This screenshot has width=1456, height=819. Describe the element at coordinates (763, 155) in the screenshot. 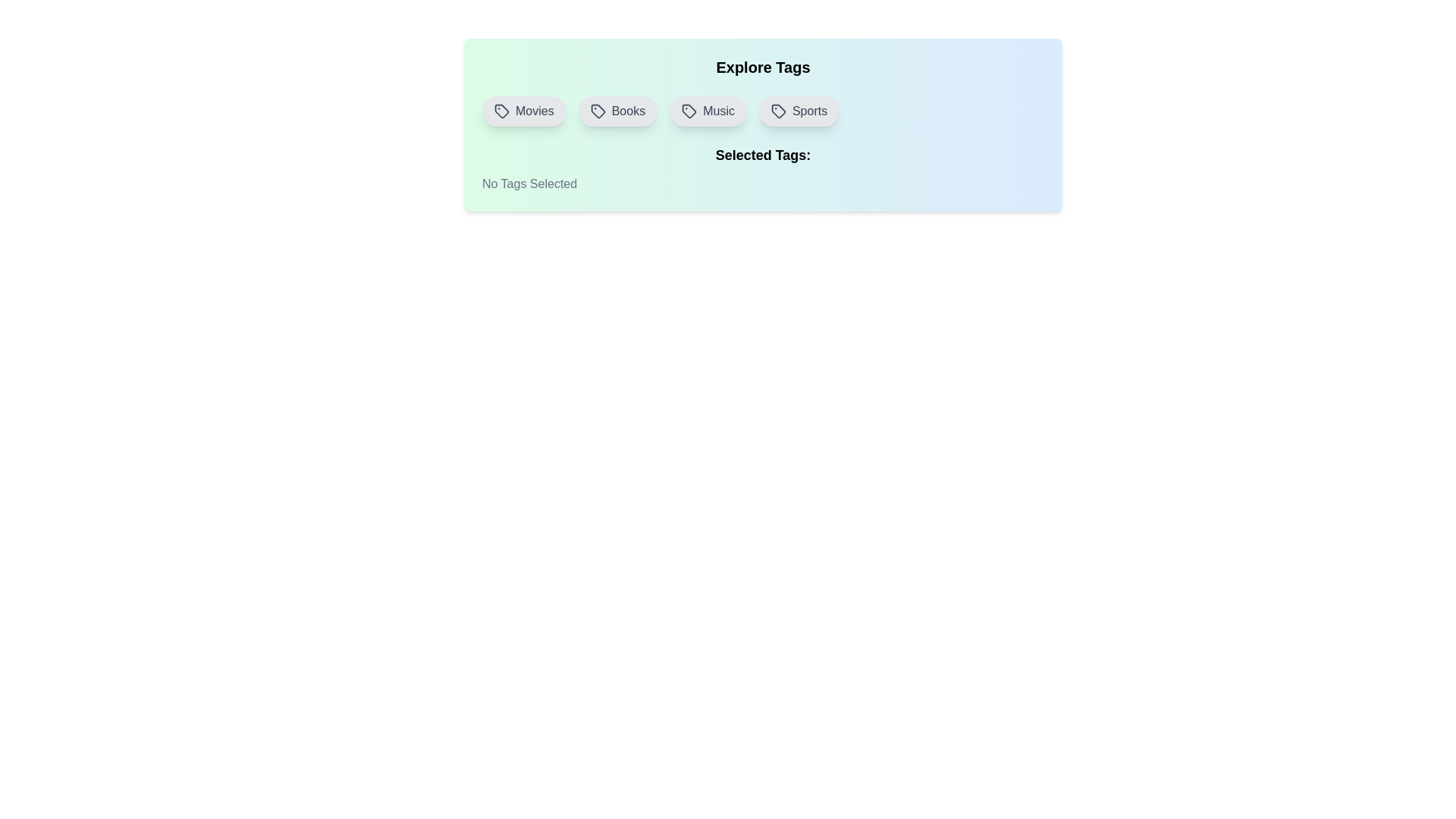

I see `the informational label indicating the title for the section displaying selected tags, located above the text 'No Tags Selected'` at that location.